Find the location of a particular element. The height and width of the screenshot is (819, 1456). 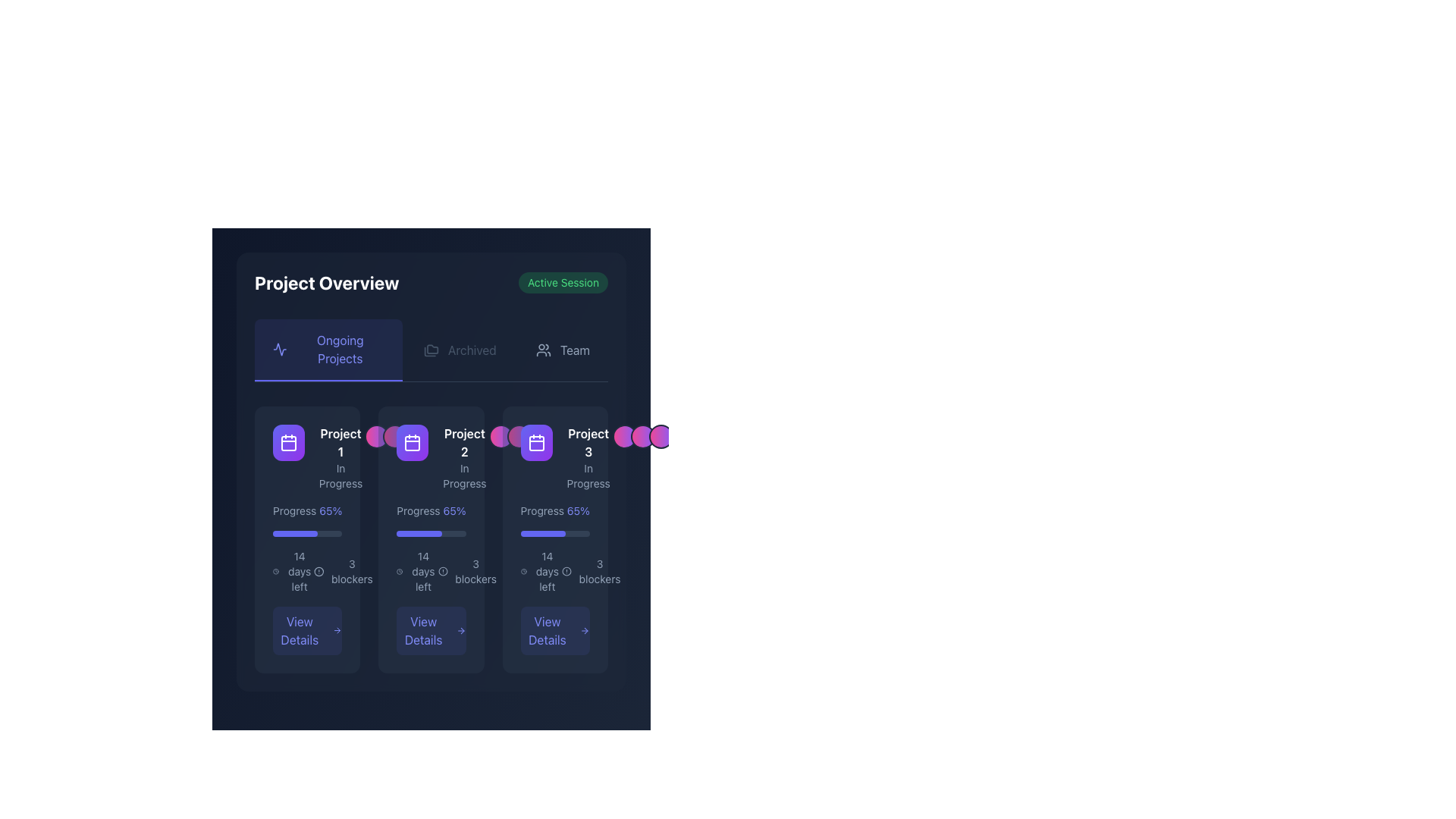

the text label displaying 'Progress' in light gray color, located within the second card of the 'Ongoing Projects' section, positioned next to the '65%' indicator is located at coordinates (419, 511).